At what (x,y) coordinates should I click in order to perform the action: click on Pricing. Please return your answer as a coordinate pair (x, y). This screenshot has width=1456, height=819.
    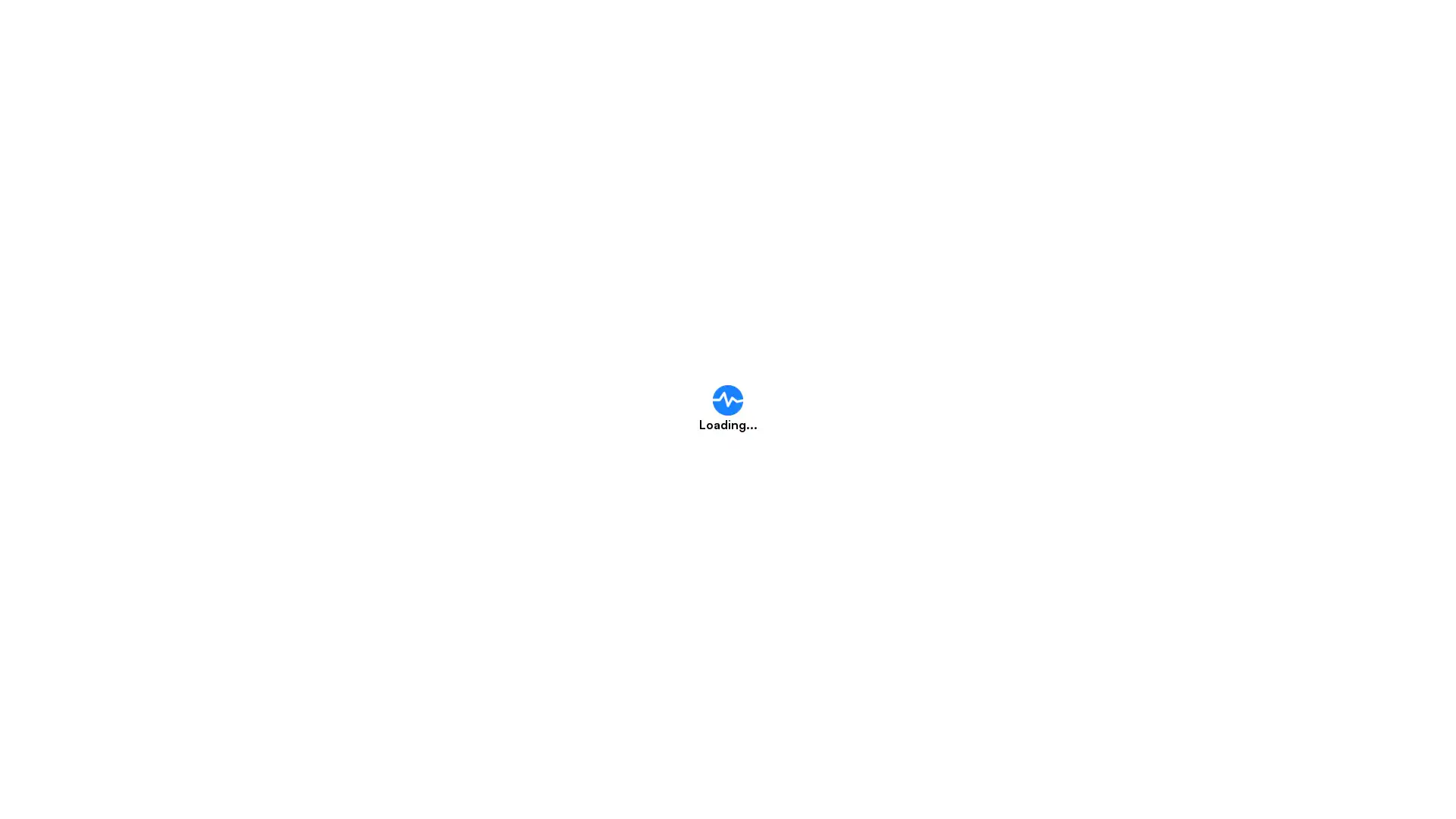
    Looking at the image, I should click on (841, 30).